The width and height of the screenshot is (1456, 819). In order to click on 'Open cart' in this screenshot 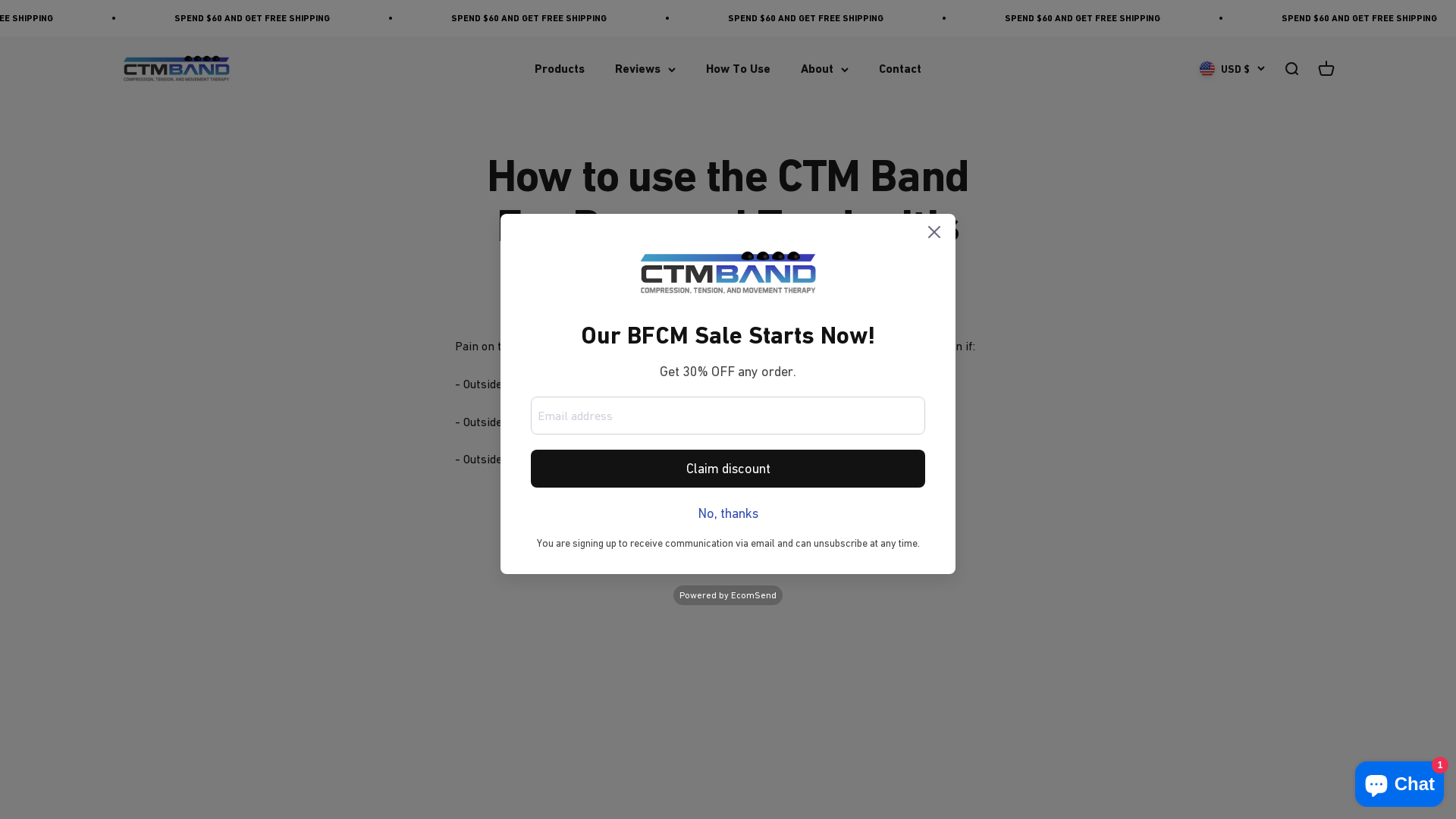, I will do `click(1325, 69)`.